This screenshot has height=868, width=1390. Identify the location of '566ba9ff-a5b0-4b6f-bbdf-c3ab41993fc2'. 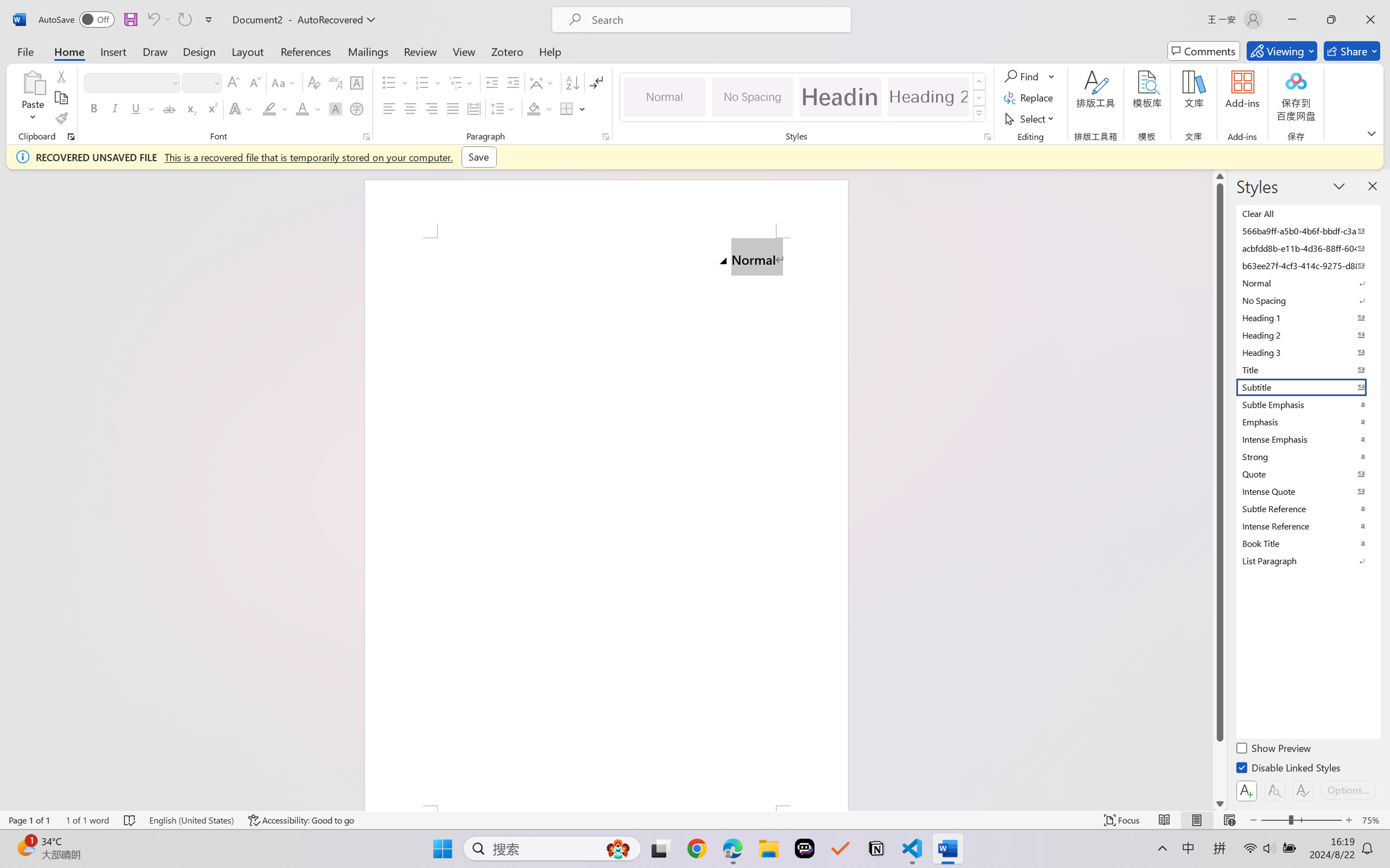
(1307, 230).